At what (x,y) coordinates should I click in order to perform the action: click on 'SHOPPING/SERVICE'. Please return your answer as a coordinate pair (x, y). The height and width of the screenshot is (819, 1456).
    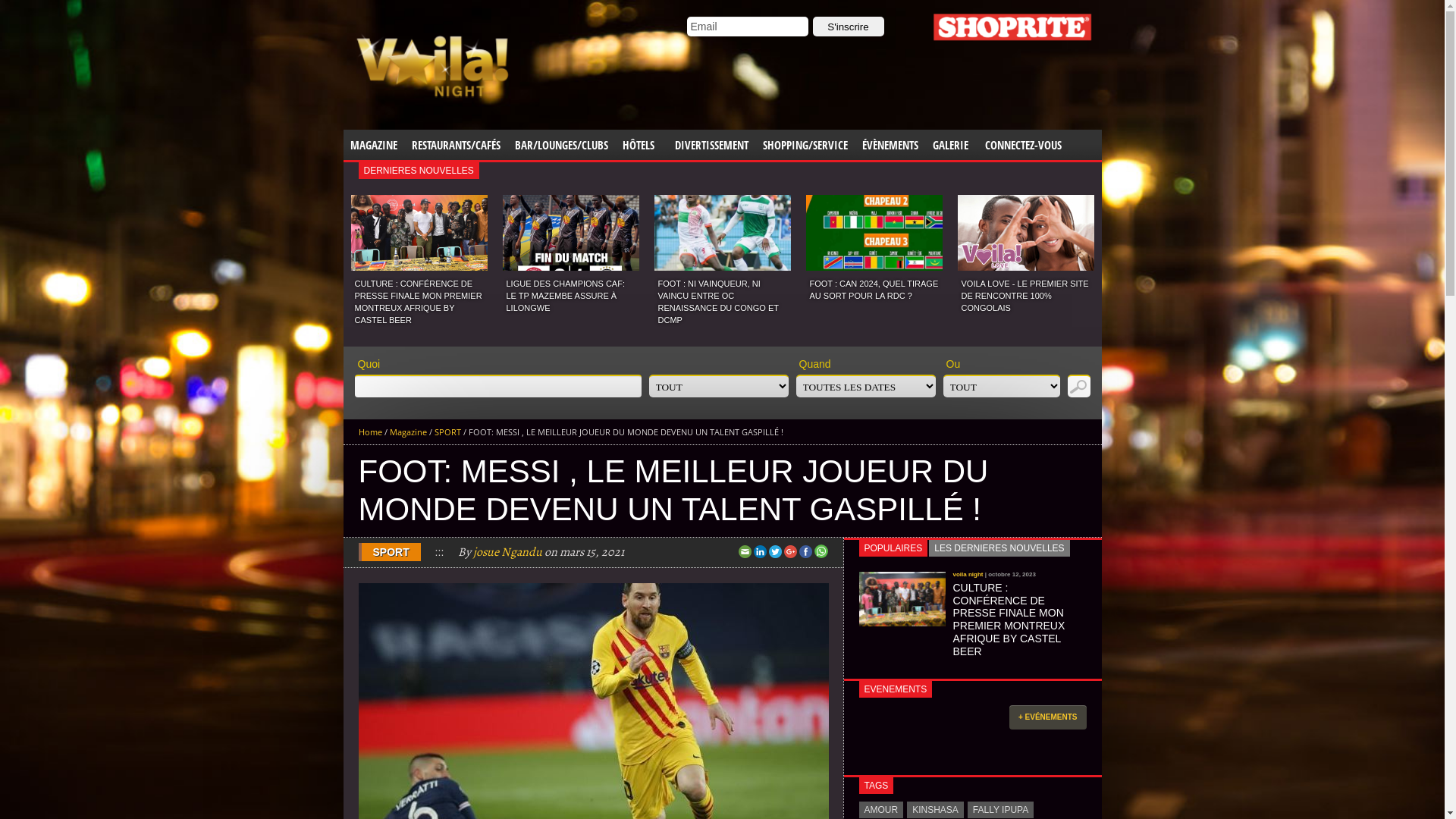
    Looking at the image, I should click on (803, 144).